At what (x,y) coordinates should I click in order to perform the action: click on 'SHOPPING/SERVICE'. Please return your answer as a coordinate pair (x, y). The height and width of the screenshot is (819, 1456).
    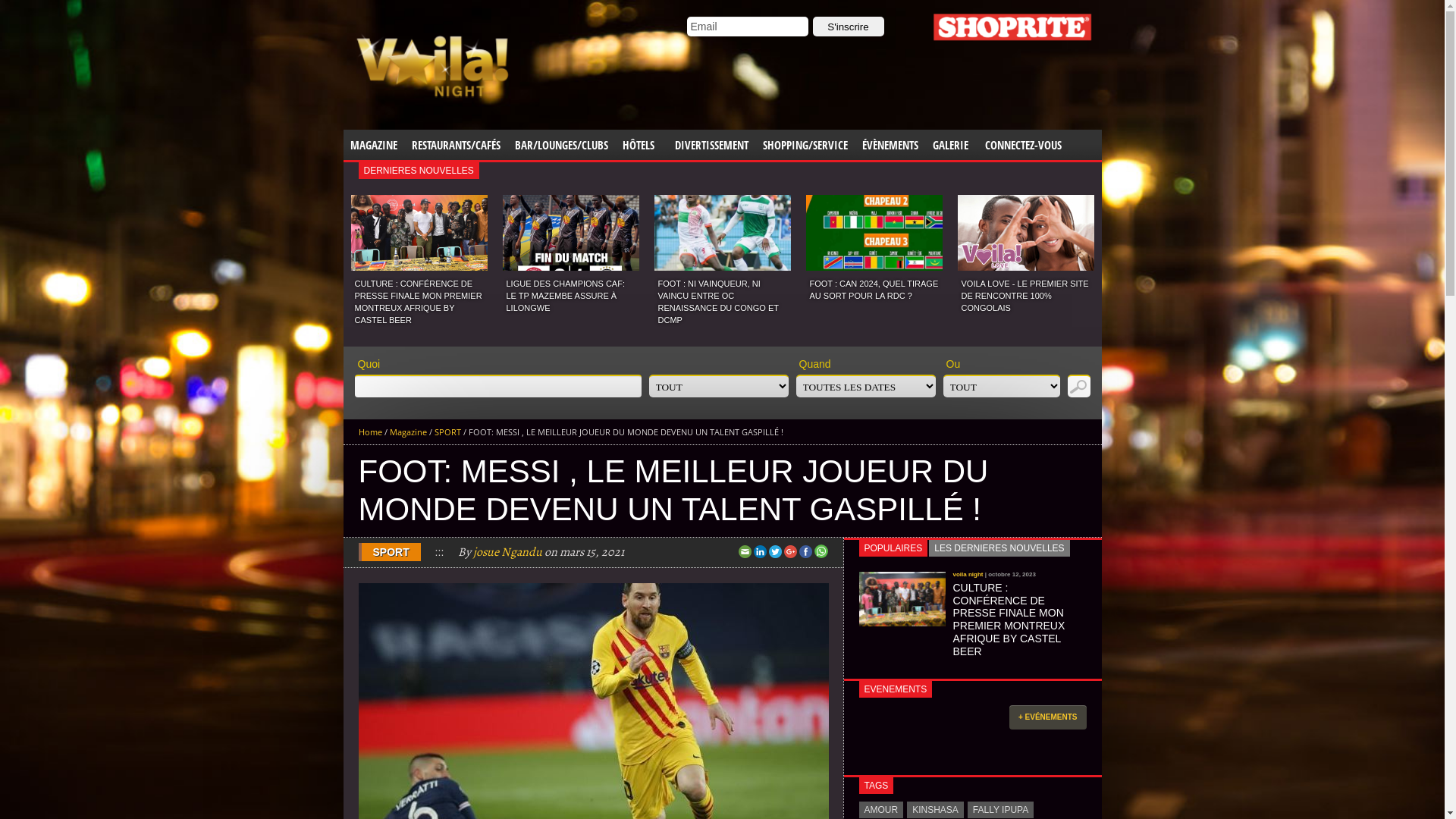
    Looking at the image, I should click on (803, 144).